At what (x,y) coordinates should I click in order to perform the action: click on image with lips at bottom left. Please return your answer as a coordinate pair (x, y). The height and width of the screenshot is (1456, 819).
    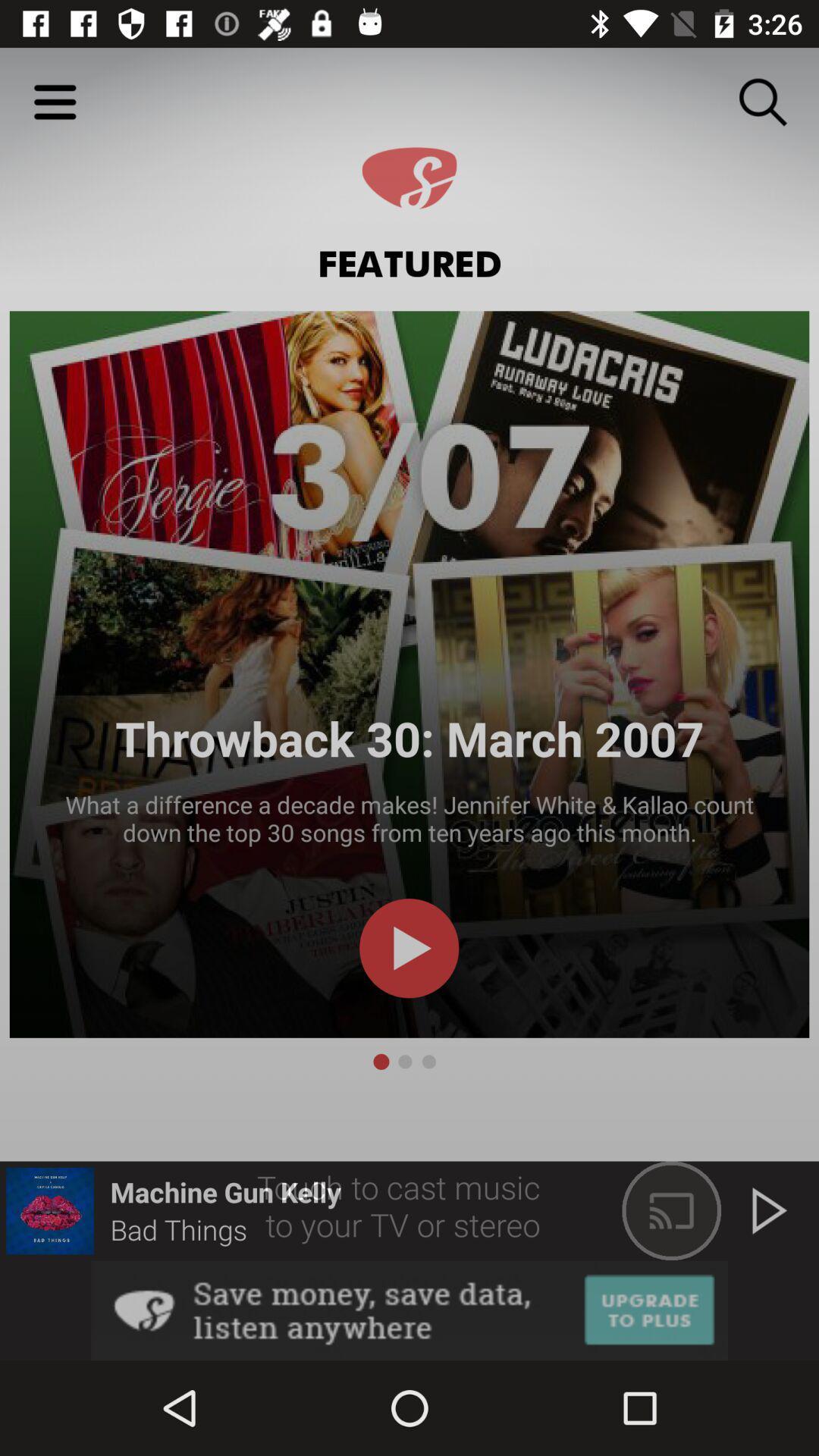
    Looking at the image, I should click on (49, 1210).